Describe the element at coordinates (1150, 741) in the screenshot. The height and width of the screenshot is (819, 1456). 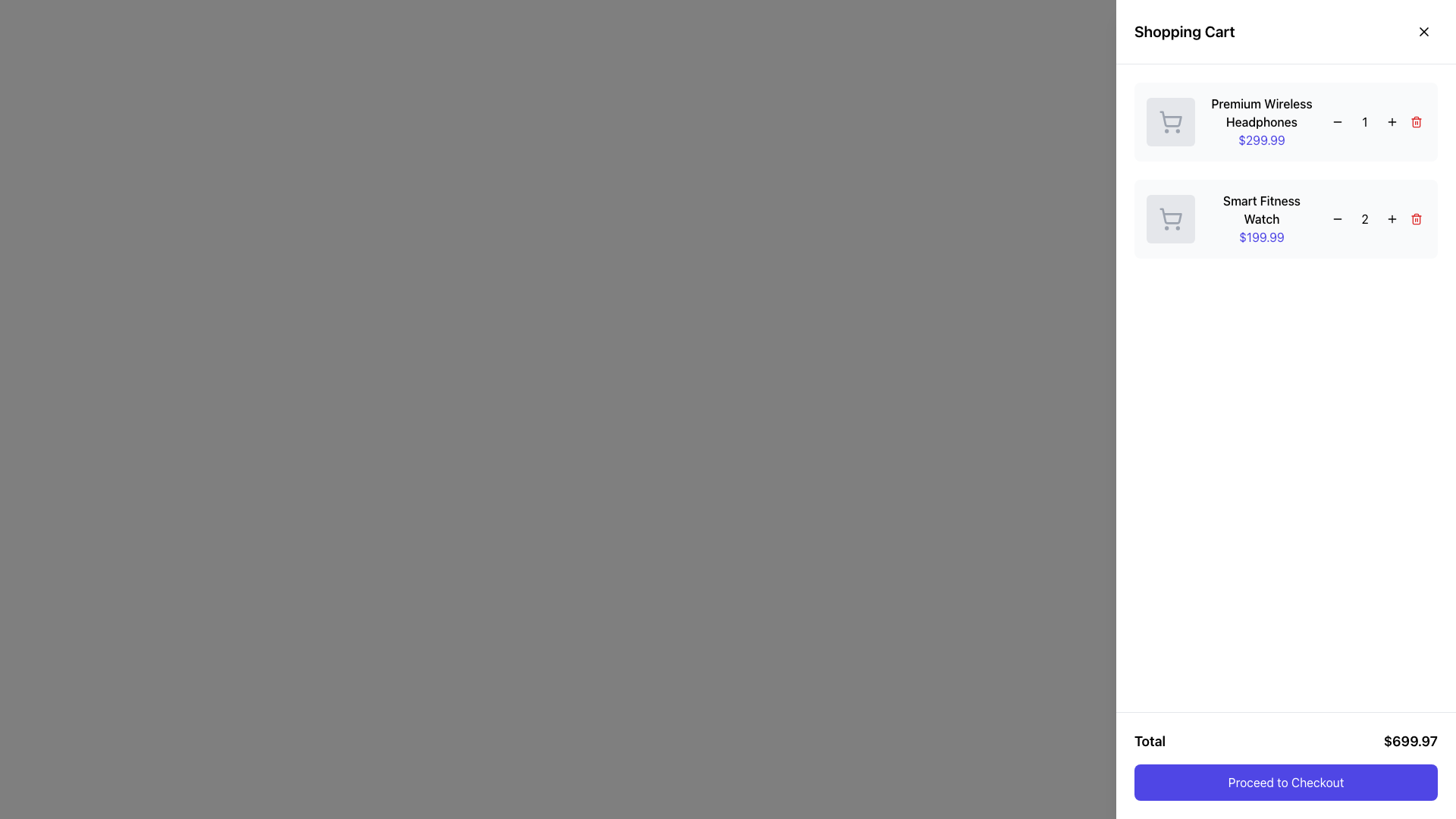
I see `the text label displaying 'Total'` at that location.